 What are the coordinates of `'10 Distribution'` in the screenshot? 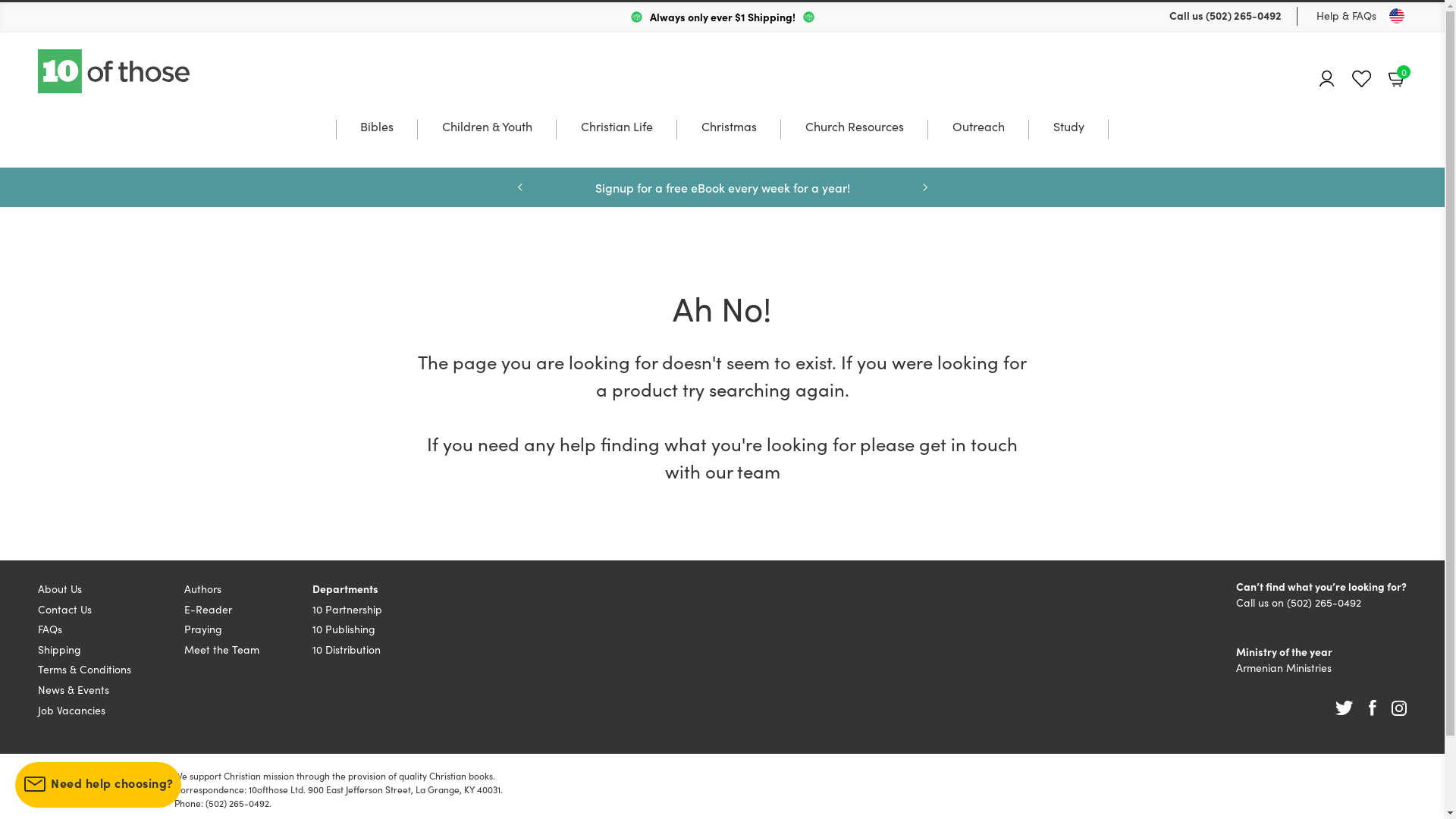 It's located at (345, 648).